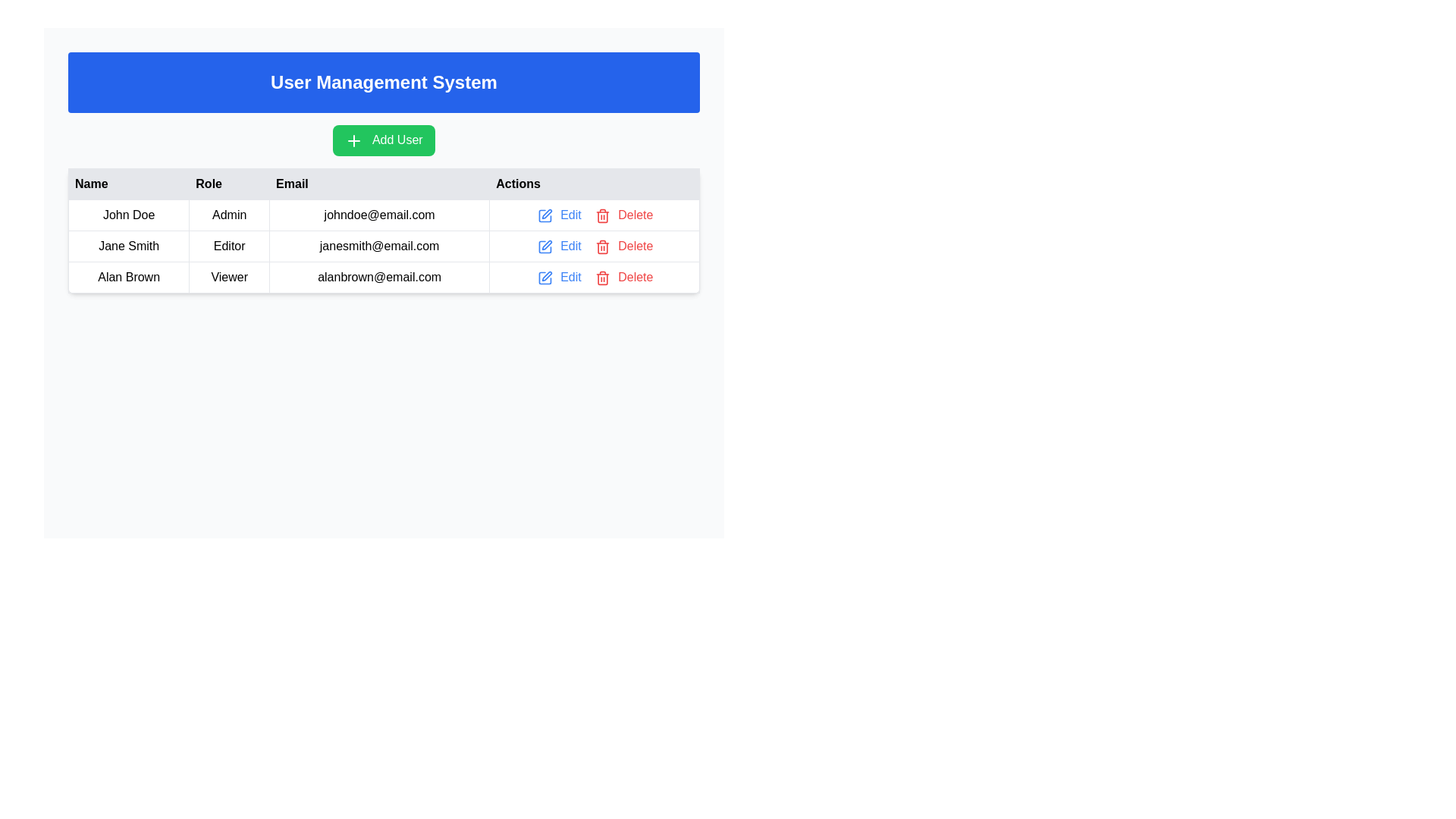 The width and height of the screenshot is (1456, 819). Describe the element at coordinates (228, 277) in the screenshot. I see `the 'Viewer' cell in the 'Role' column of the data table corresponding to user 'Alan Brown'` at that location.